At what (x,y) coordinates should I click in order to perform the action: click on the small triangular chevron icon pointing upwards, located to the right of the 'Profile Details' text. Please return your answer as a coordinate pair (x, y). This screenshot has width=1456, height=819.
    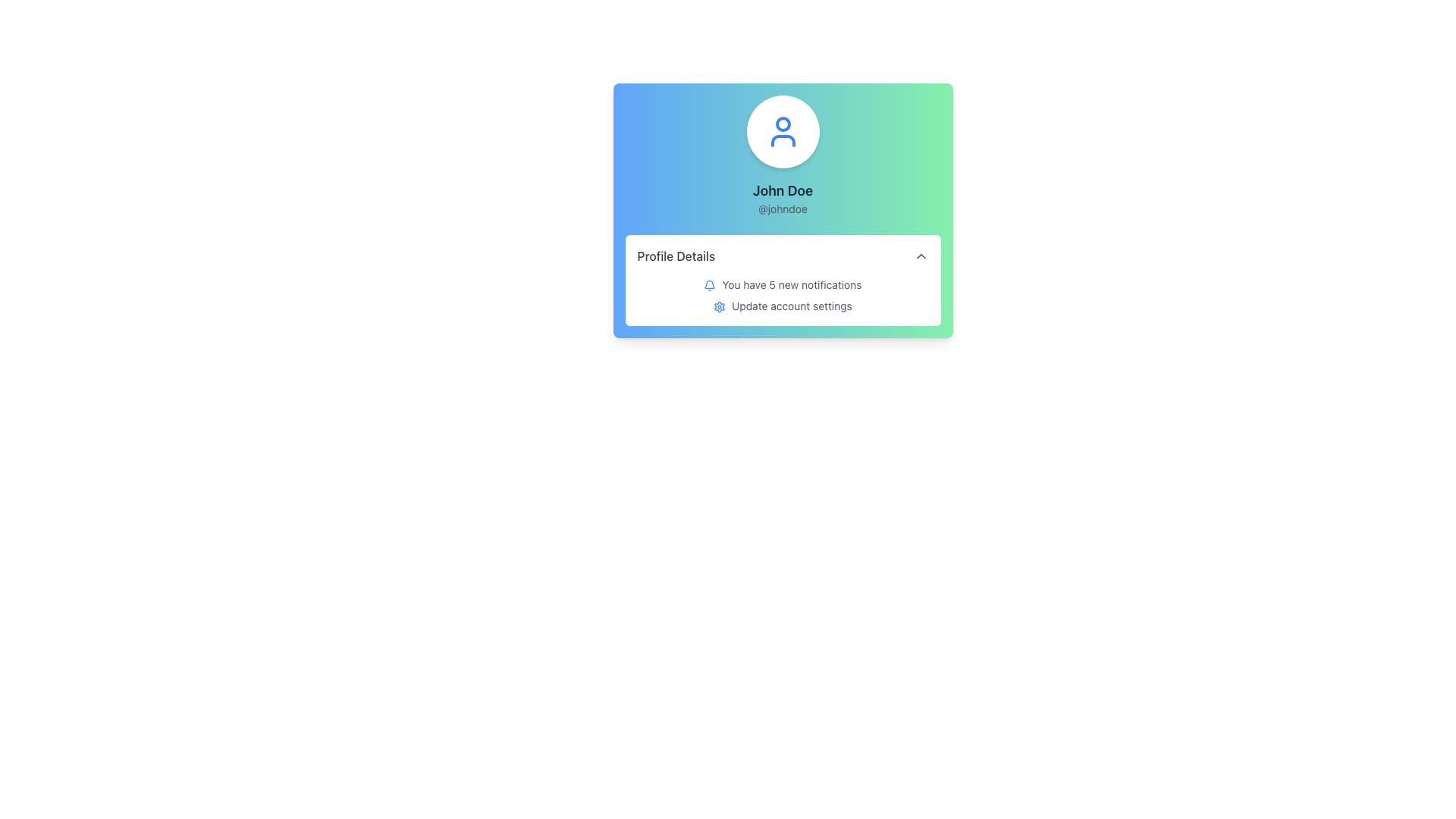
    Looking at the image, I should click on (920, 256).